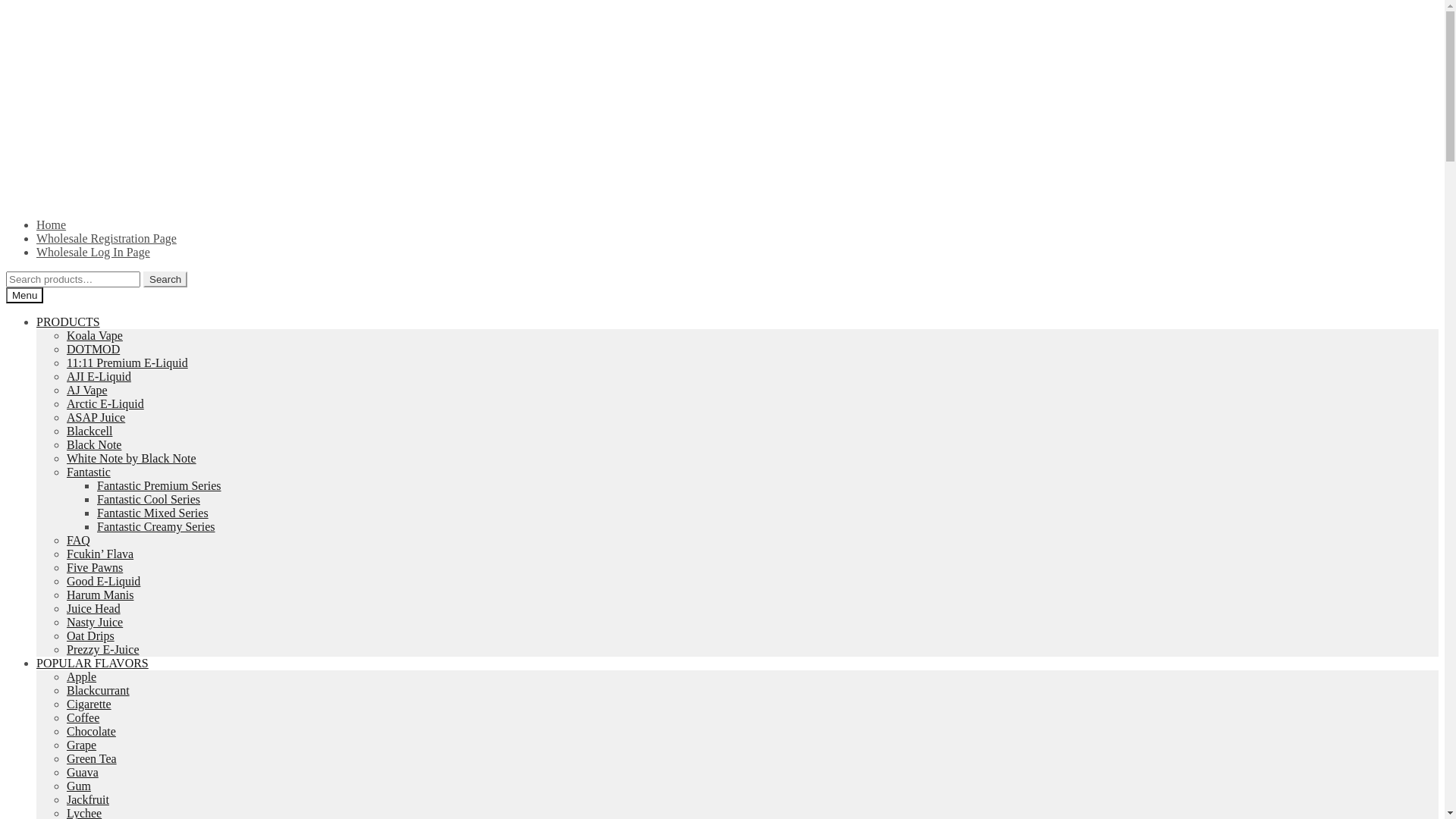 The image size is (1456, 819). What do you see at coordinates (159, 485) in the screenshot?
I see `'Fantastic Premium Series'` at bounding box center [159, 485].